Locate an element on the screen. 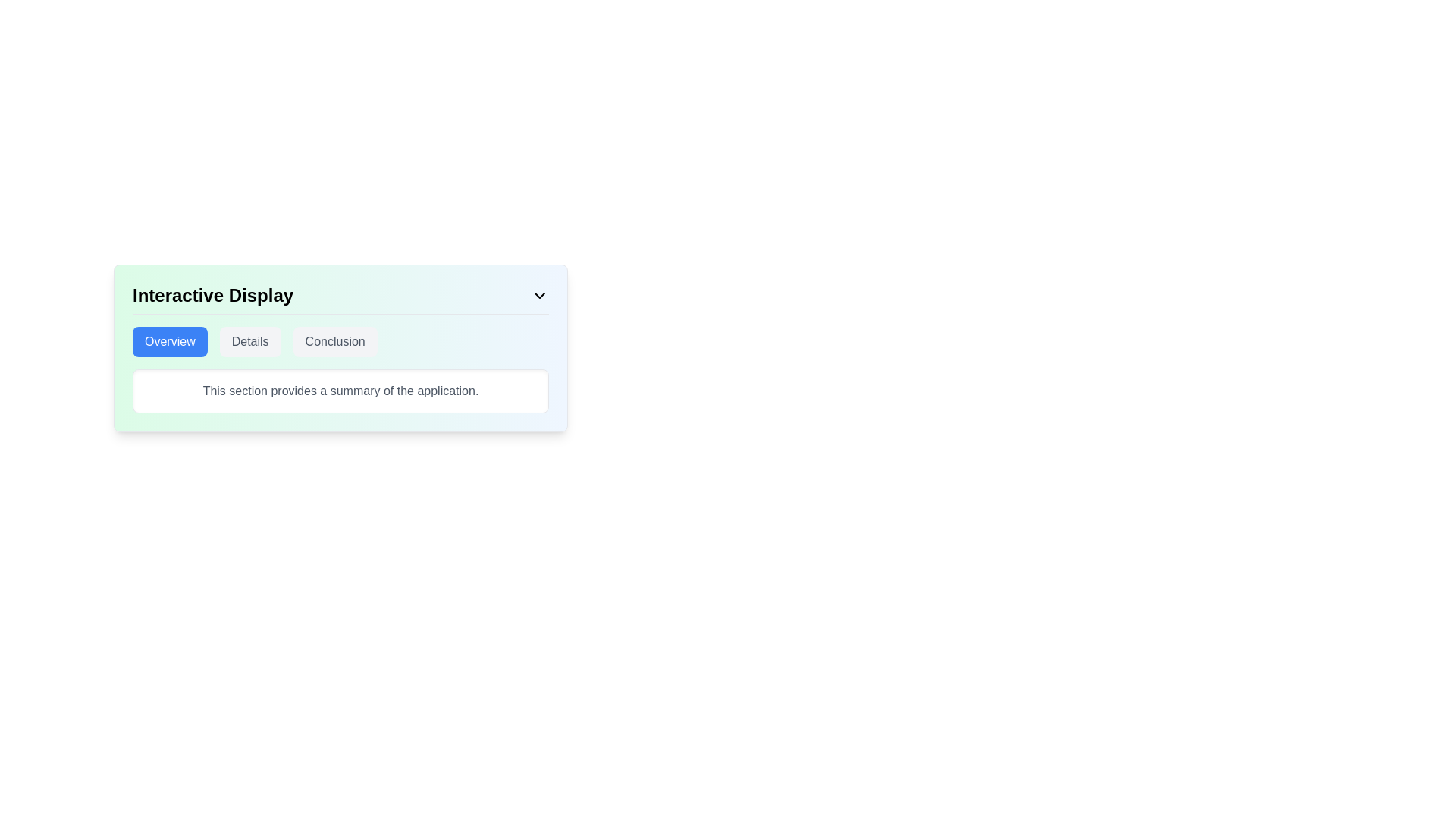  the 'Overview' button, which is the first button in the horizontal group under the 'Interactive Display' section is located at coordinates (170, 342).